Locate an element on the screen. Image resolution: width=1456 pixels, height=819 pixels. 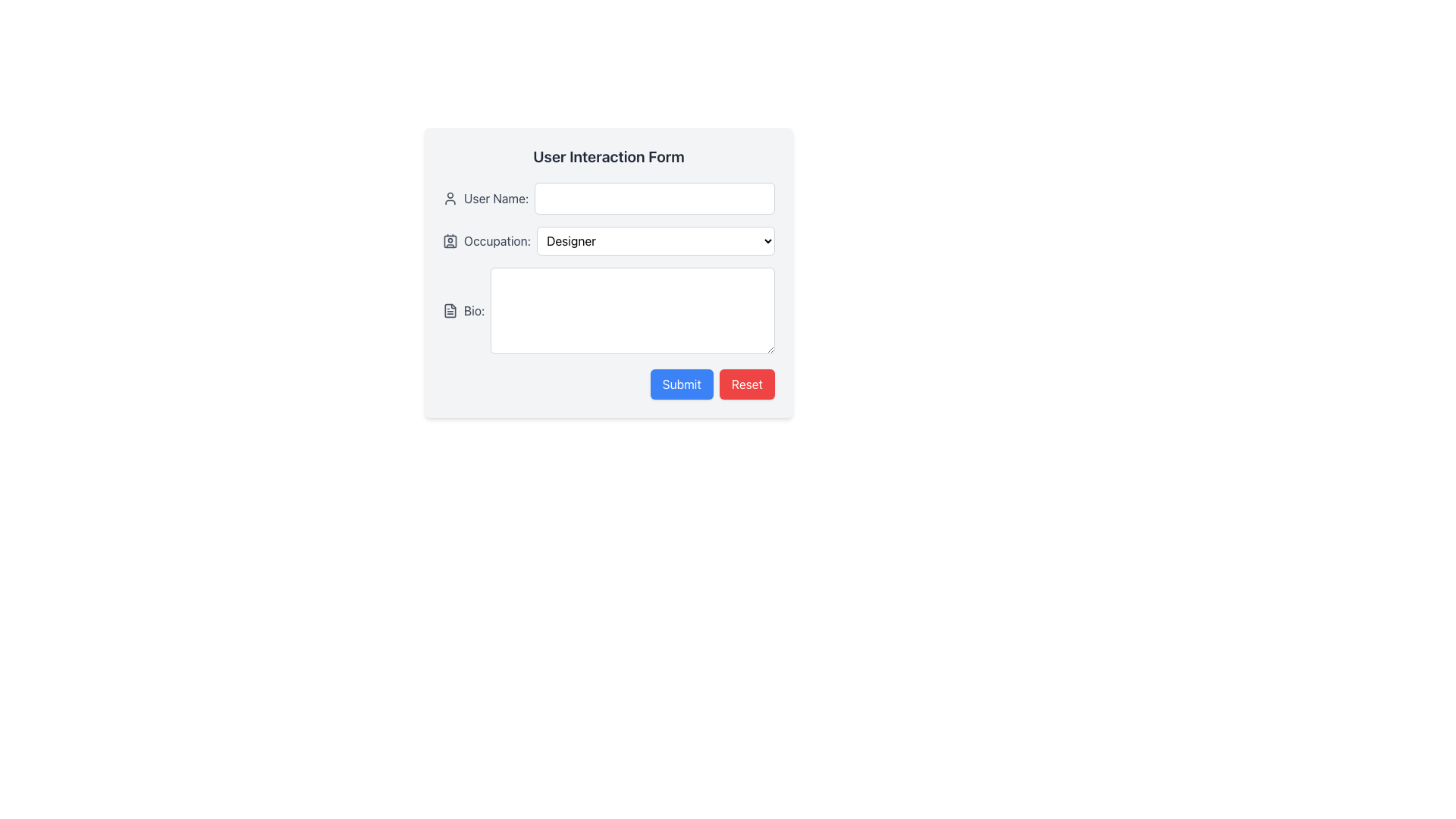
the document icon represented by a gray rectangular outline with a folded corner, located to the left of the 'Bio:' label is located at coordinates (450, 309).